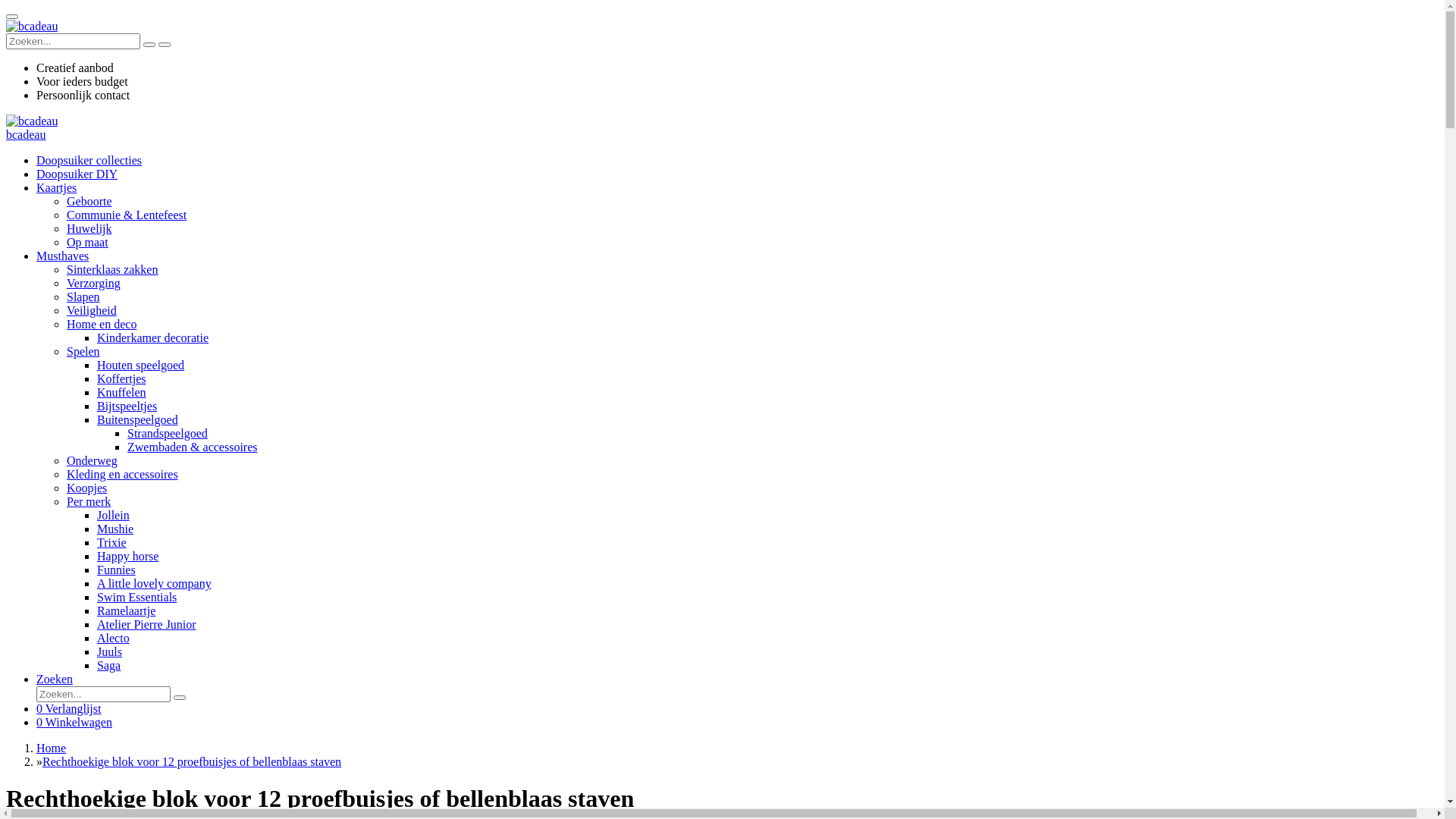 Image resolution: width=1456 pixels, height=819 pixels. I want to click on 'Bijtspeeltjes', so click(127, 405).